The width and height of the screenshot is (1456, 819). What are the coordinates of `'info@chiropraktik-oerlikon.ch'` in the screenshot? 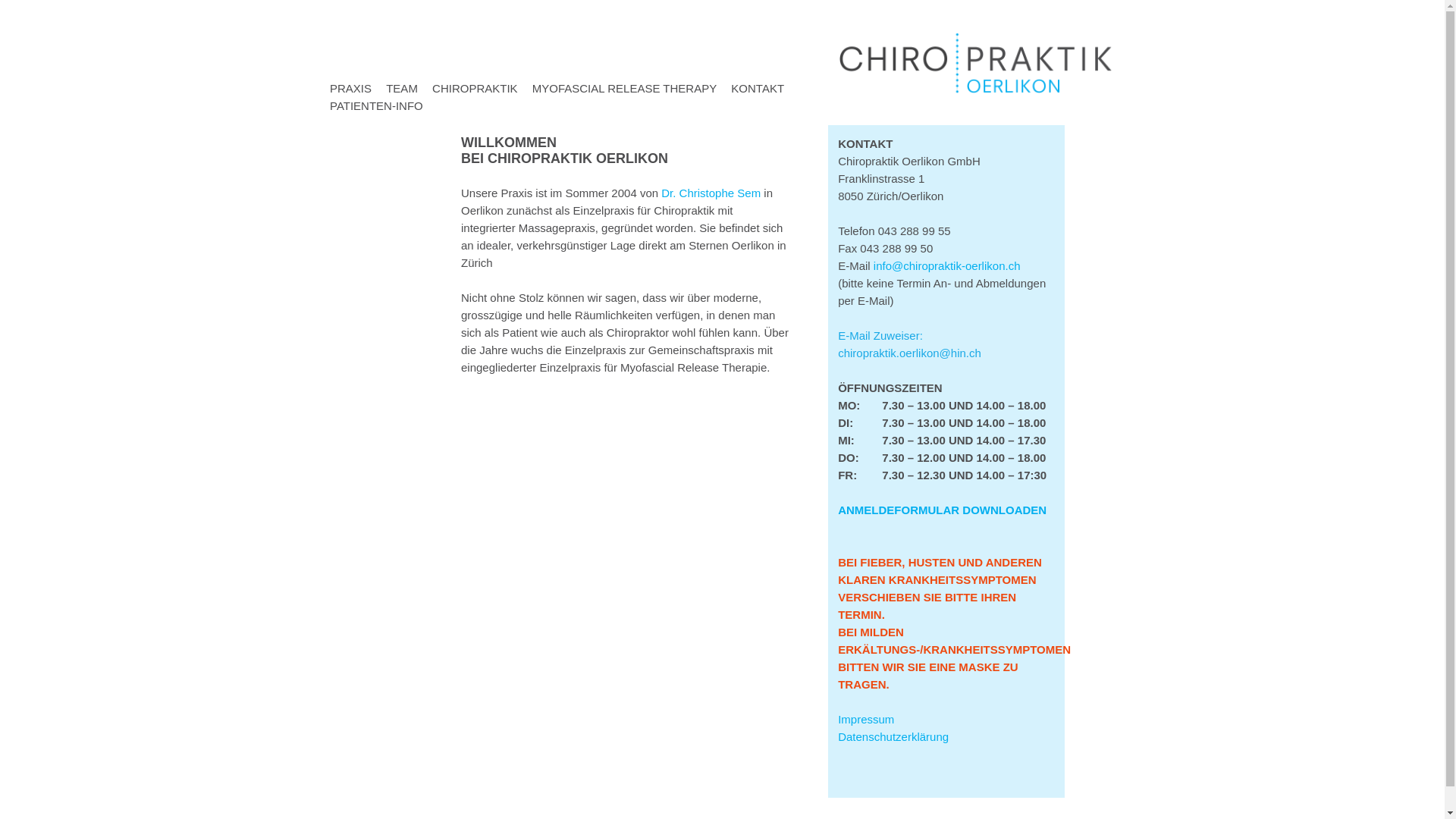 It's located at (946, 265).